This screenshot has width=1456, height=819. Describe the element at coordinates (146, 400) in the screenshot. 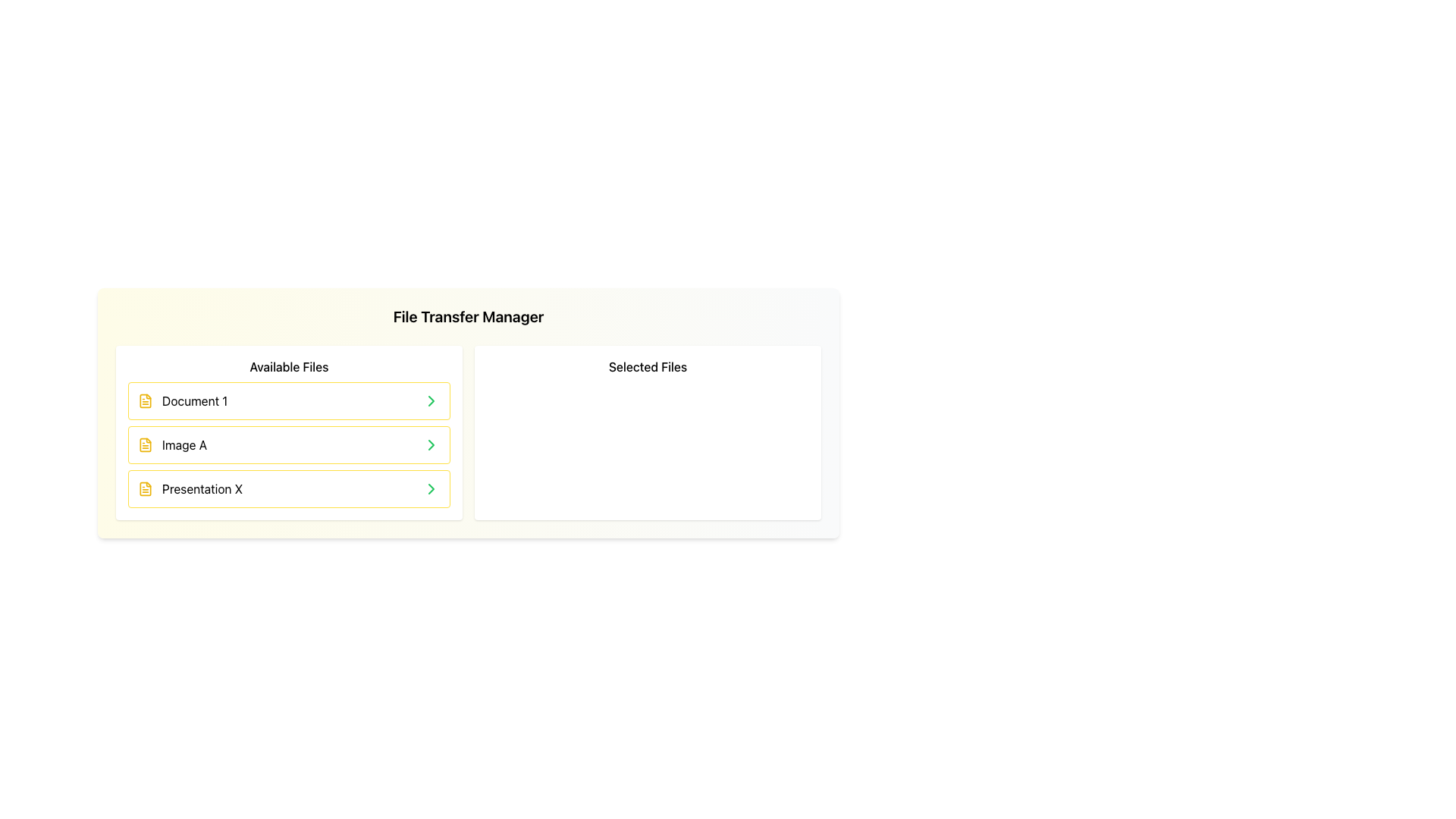

I see `the document icon representing 'Document 1' located in the 'Available Files' section of the main interface` at that location.